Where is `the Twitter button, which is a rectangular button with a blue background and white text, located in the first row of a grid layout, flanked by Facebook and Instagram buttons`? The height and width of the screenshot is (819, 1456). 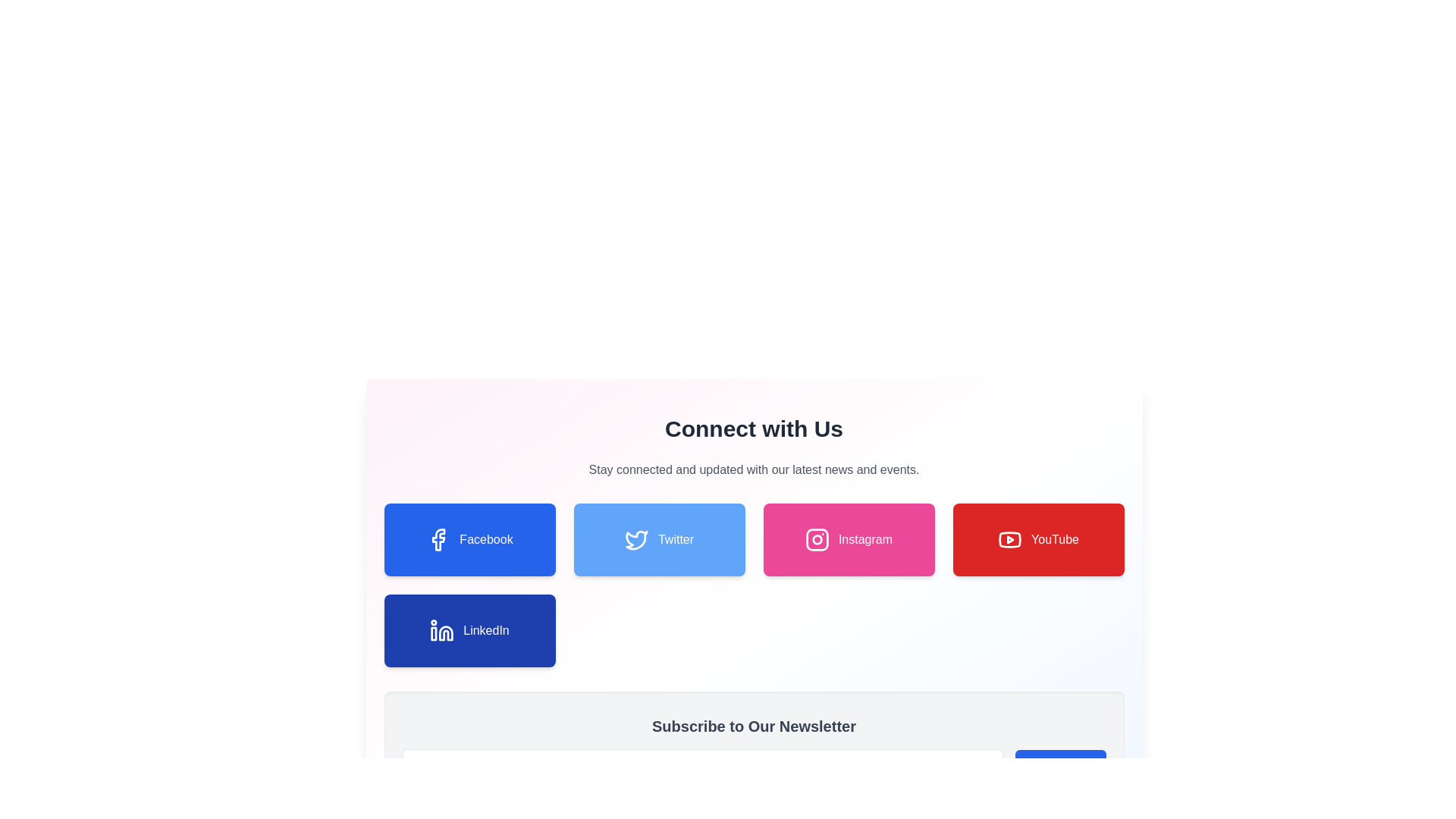 the Twitter button, which is a rectangular button with a blue background and white text, located in the first row of a grid layout, flanked by Facebook and Instagram buttons is located at coordinates (659, 539).